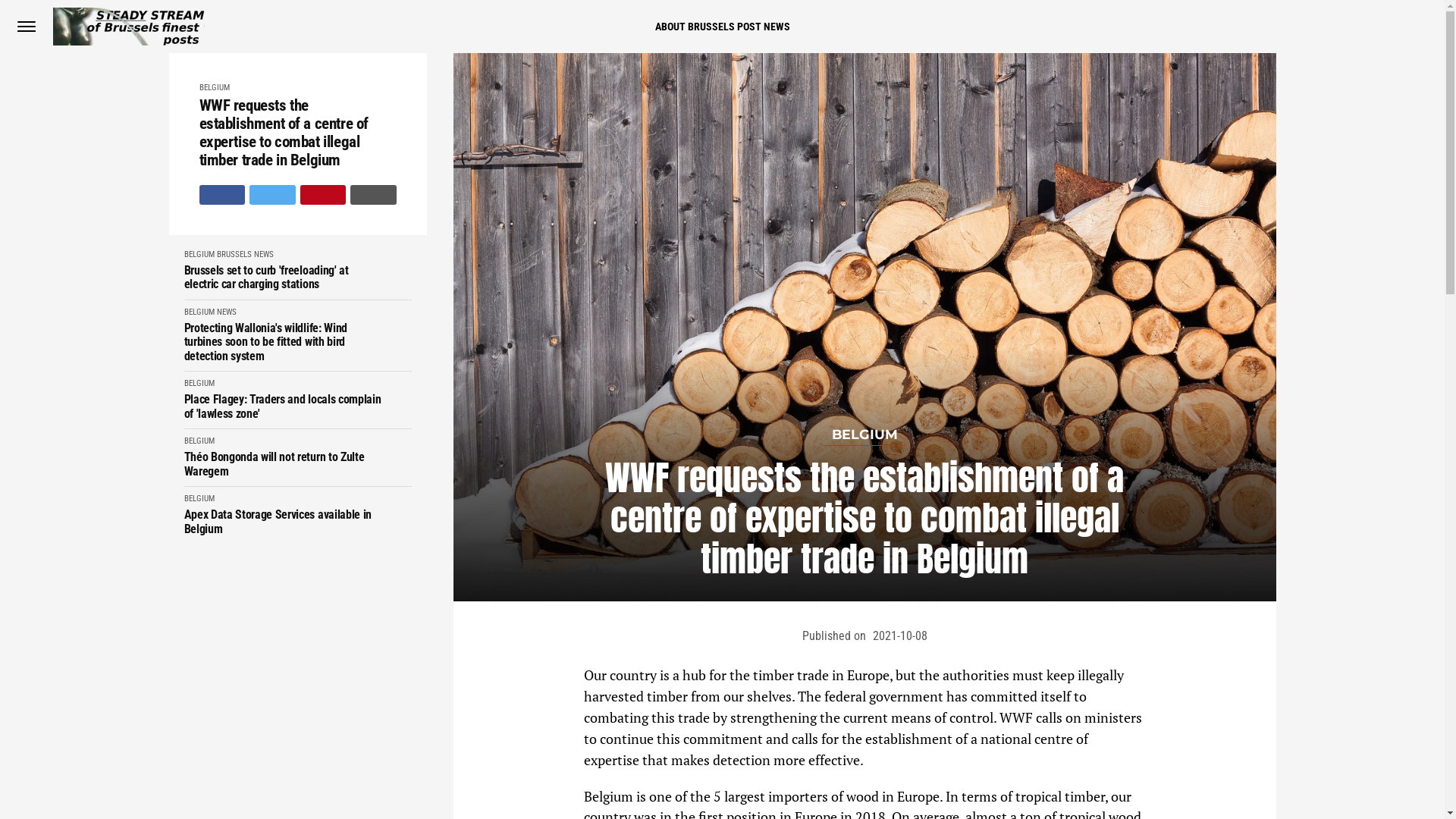 The width and height of the screenshot is (1456, 819). I want to click on 'Apex Data Storage Services available in Belgium', so click(182, 521).